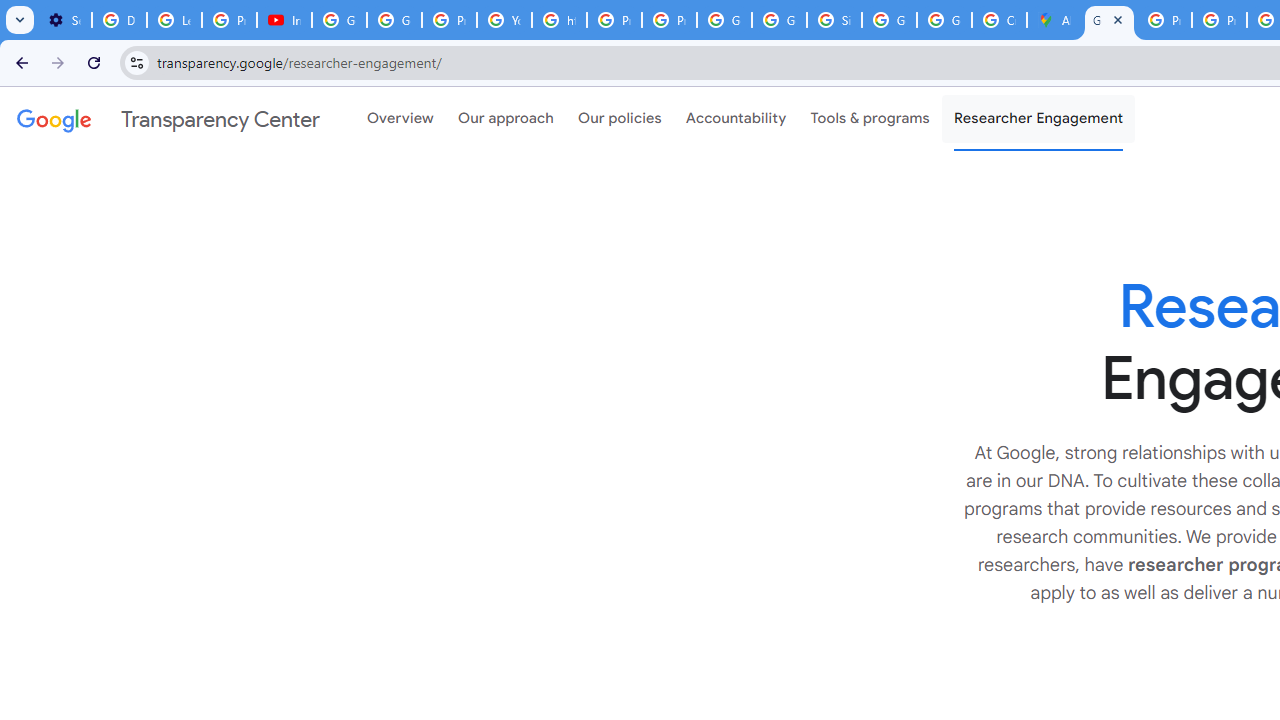 The image size is (1280, 720). What do you see at coordinates (1108, 20) in the screenshot?
I see `'Google Researcher Engagement - Transparency Center'` at bounding box center [1108, 20].